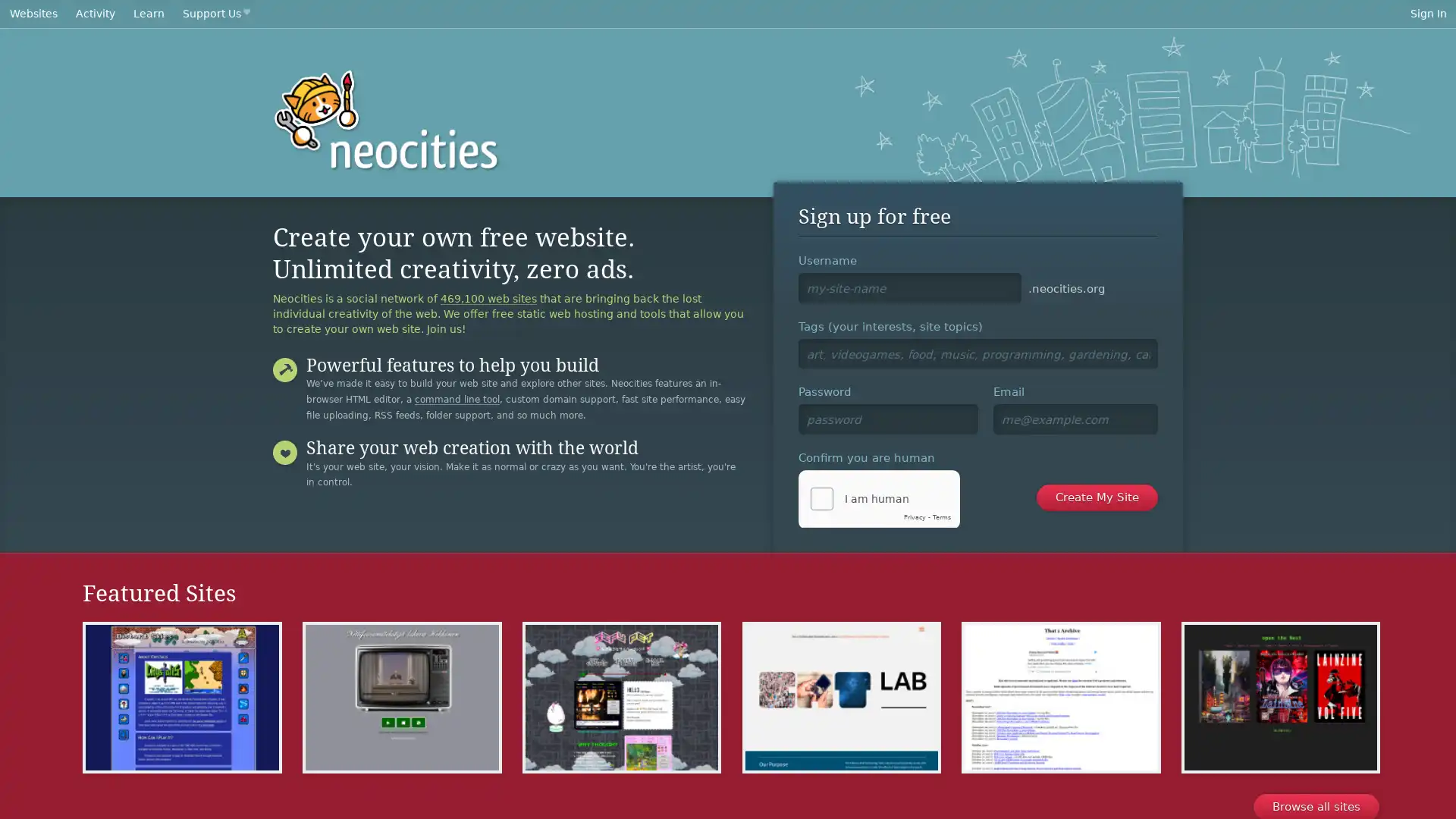 The height and width of the screenshot is (819, 1456). I want to click on Create My Site, so click(1097, 497).